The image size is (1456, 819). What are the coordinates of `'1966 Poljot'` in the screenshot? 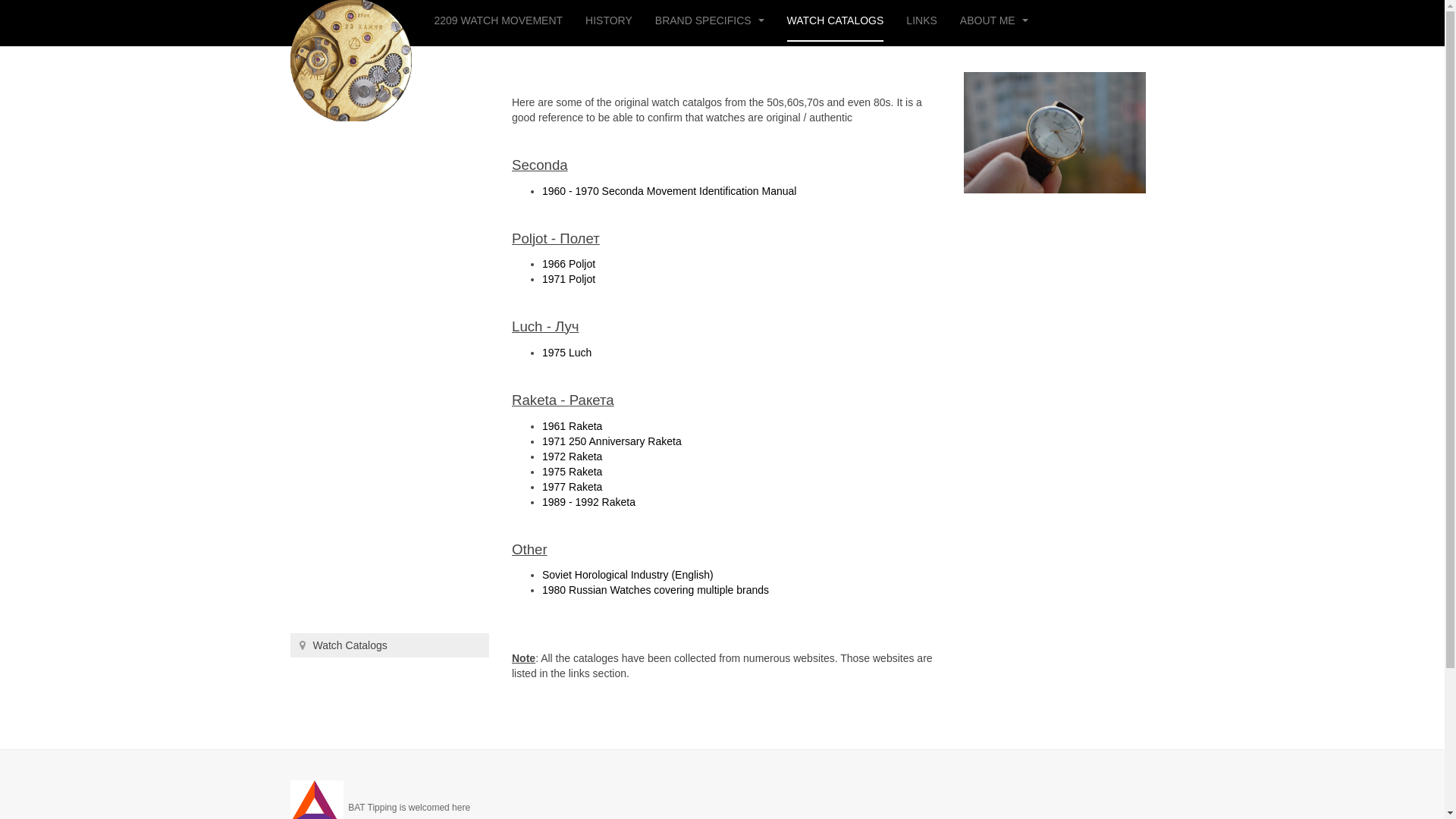 It's located at (542, 262).